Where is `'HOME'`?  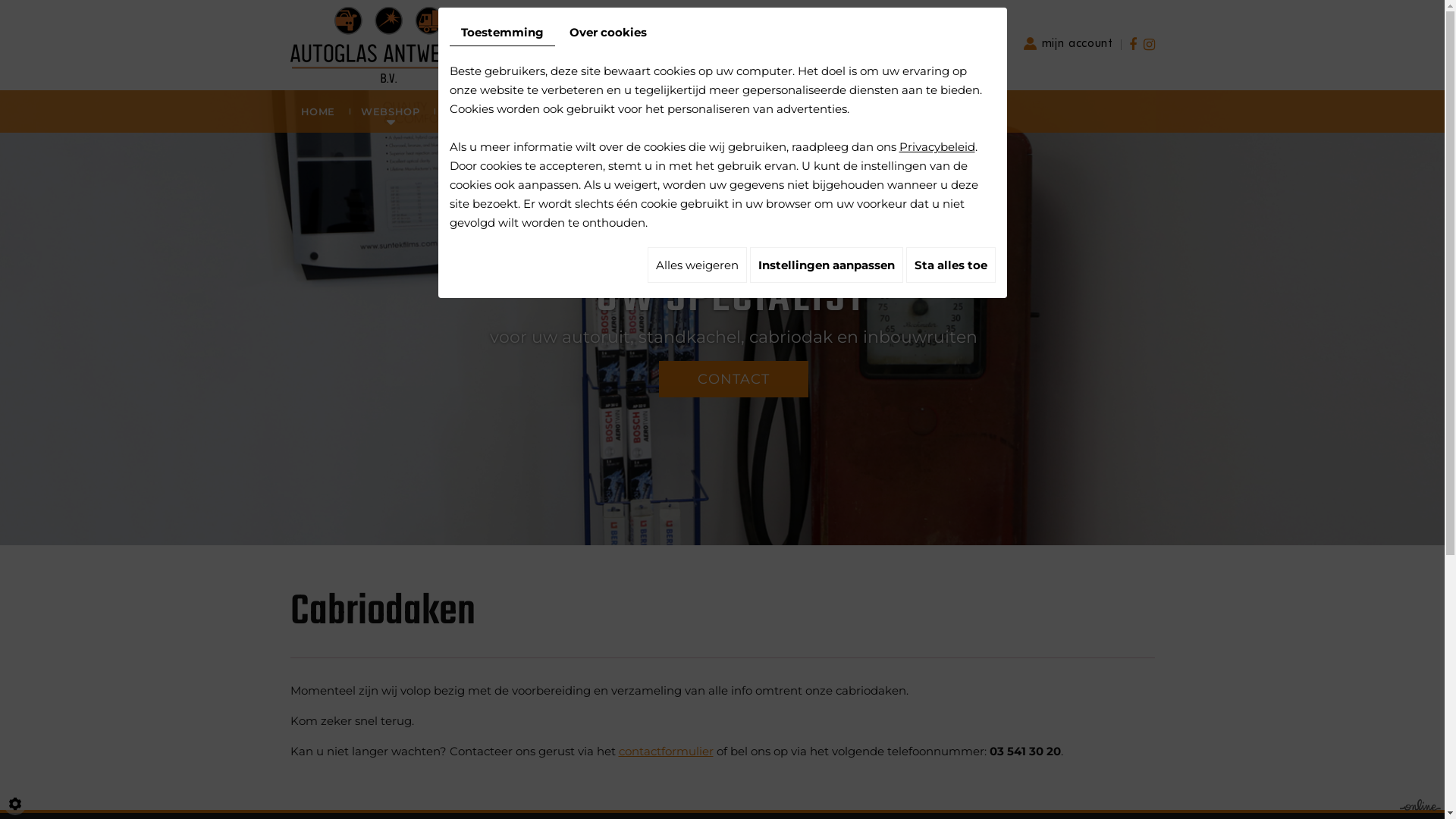 'HOME' is located at coordinates (284, 110).